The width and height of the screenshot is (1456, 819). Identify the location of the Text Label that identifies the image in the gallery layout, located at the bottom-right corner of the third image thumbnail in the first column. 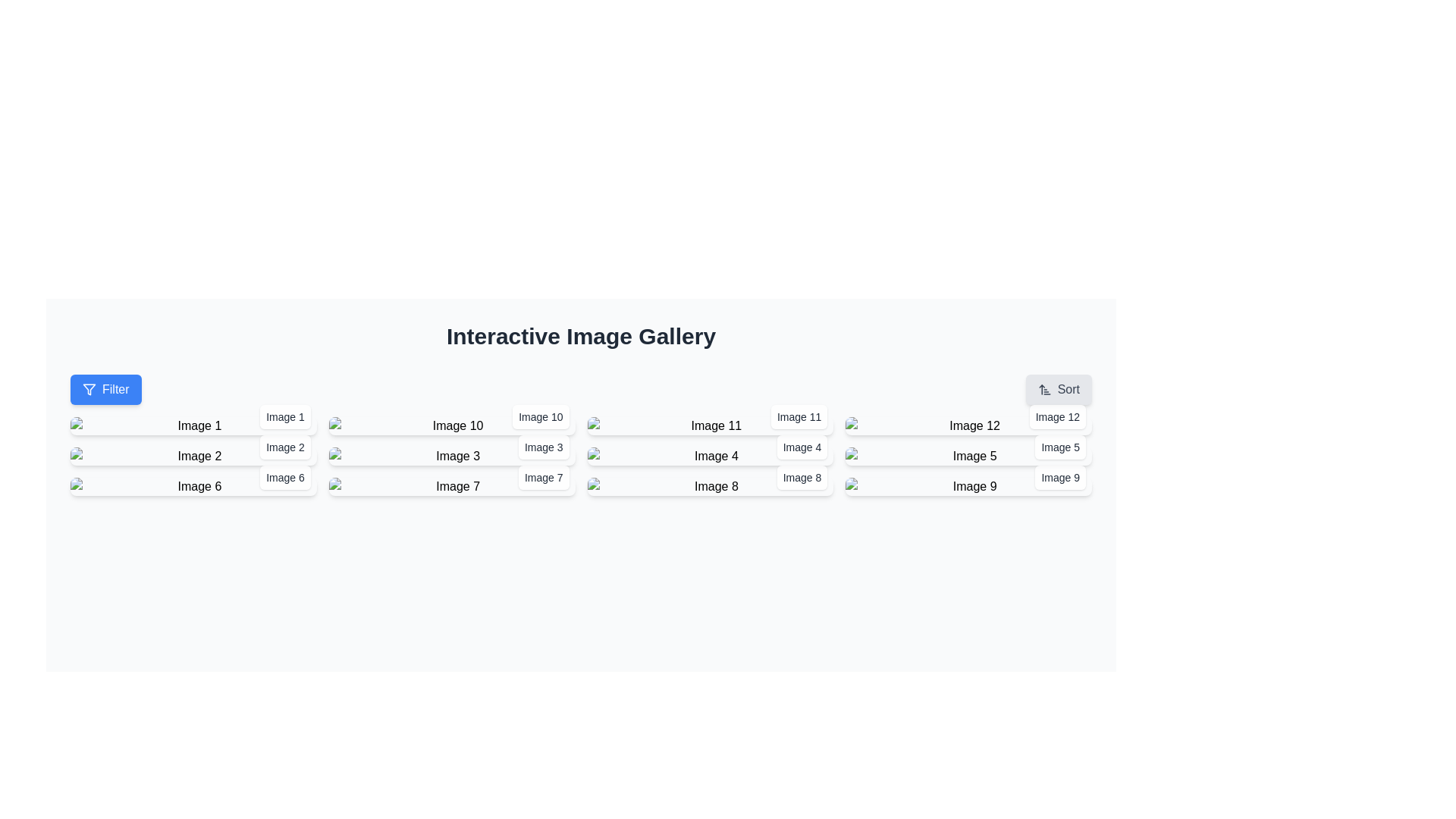
(285, 476).